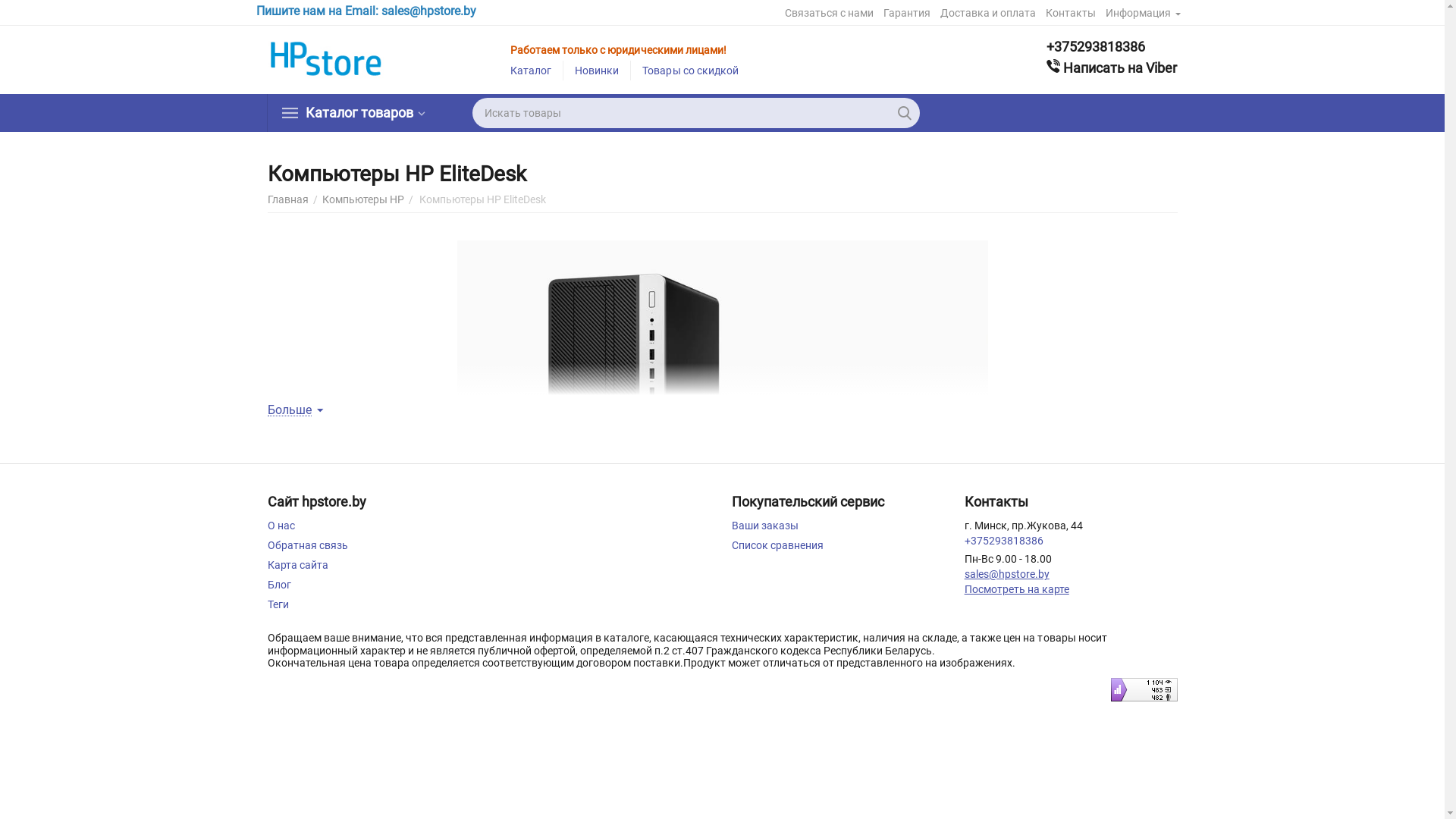 Image resolution: width=1456 pixels, height=819 pixels. Describe the element at coordinates (326, 58) in the screenshot. I see `'HPstore.by'` at that location.